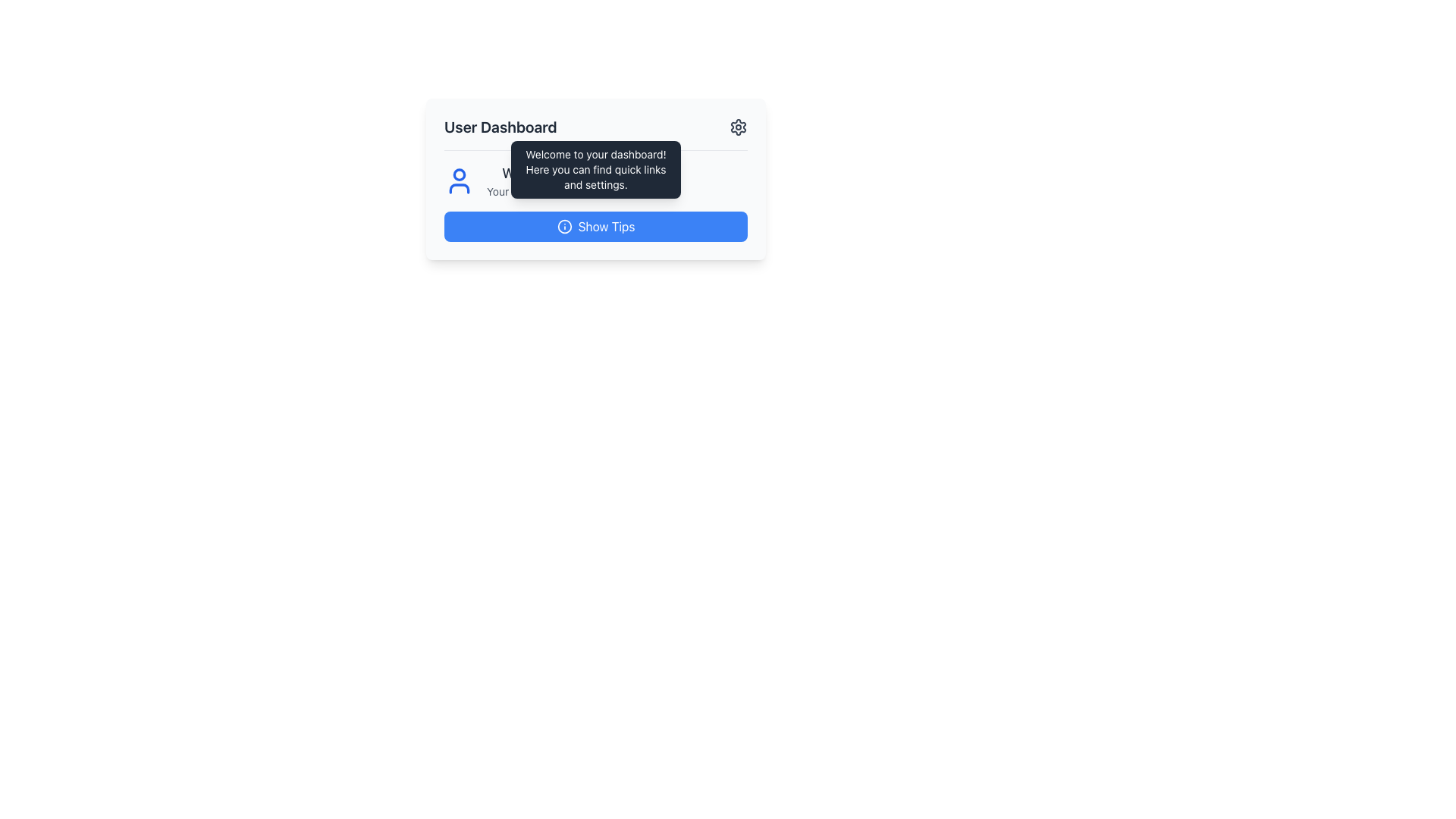  What do you see at coordinates (458, 174) in the screenshot?
I see `the circular icon element within the user profile icon, which is located to the left of the text 'Your Dashboard'` at bounding box center [458, 174].